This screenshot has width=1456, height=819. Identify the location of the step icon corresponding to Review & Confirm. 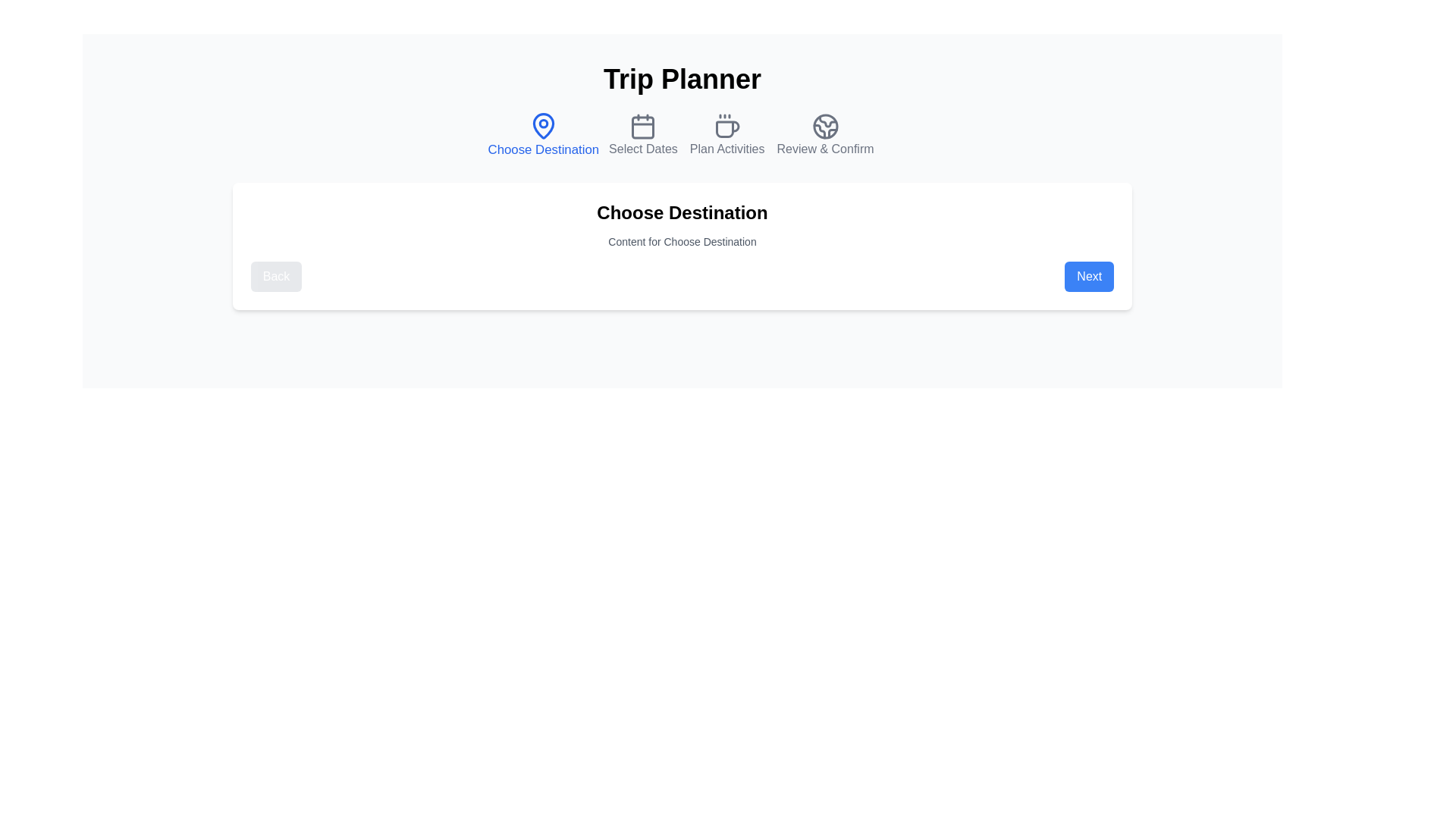
(824, 134).